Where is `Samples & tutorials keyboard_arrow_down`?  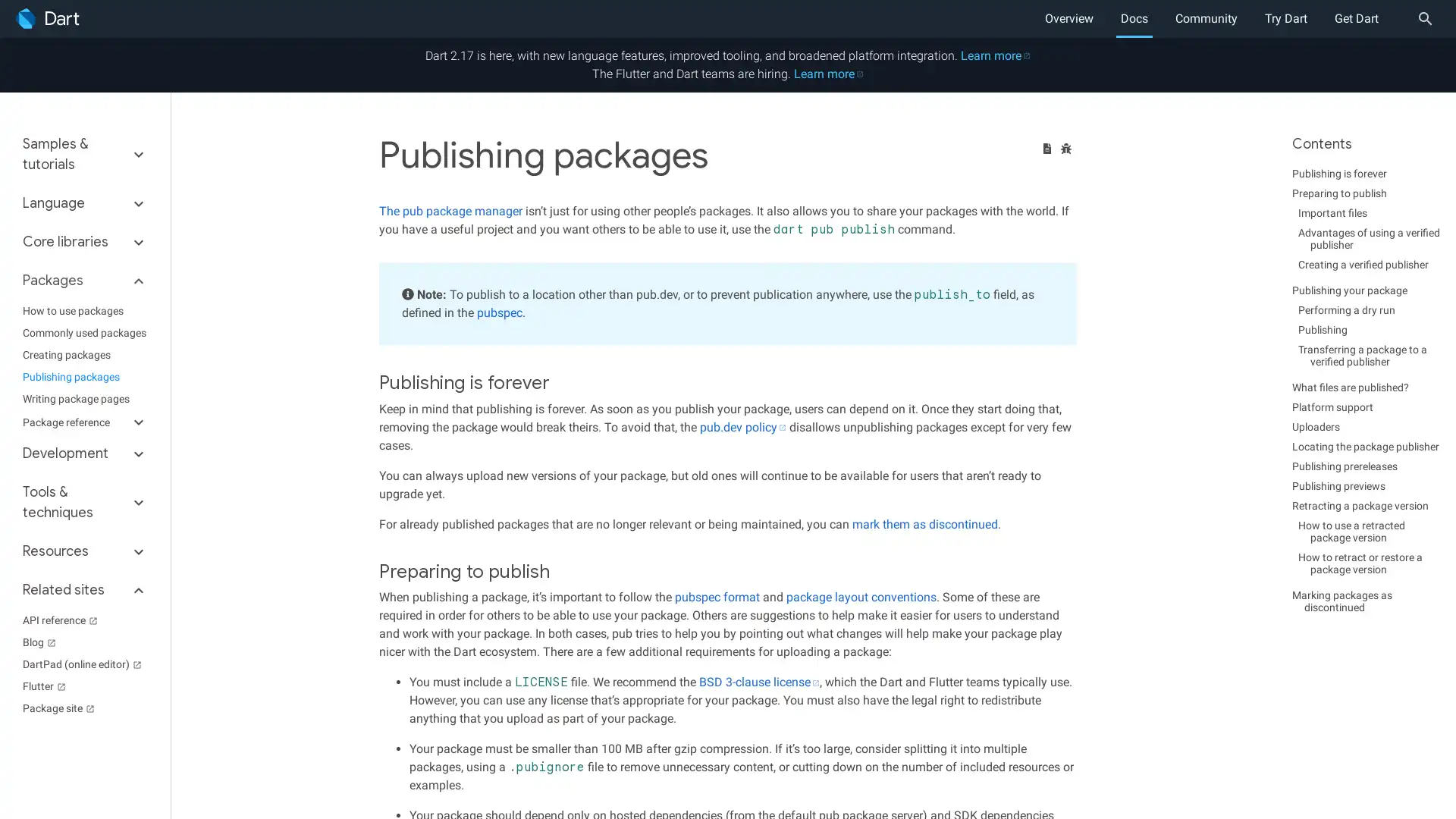 Samples & tutorials keyboard_arrow_down is located at coordinates (84, 158).